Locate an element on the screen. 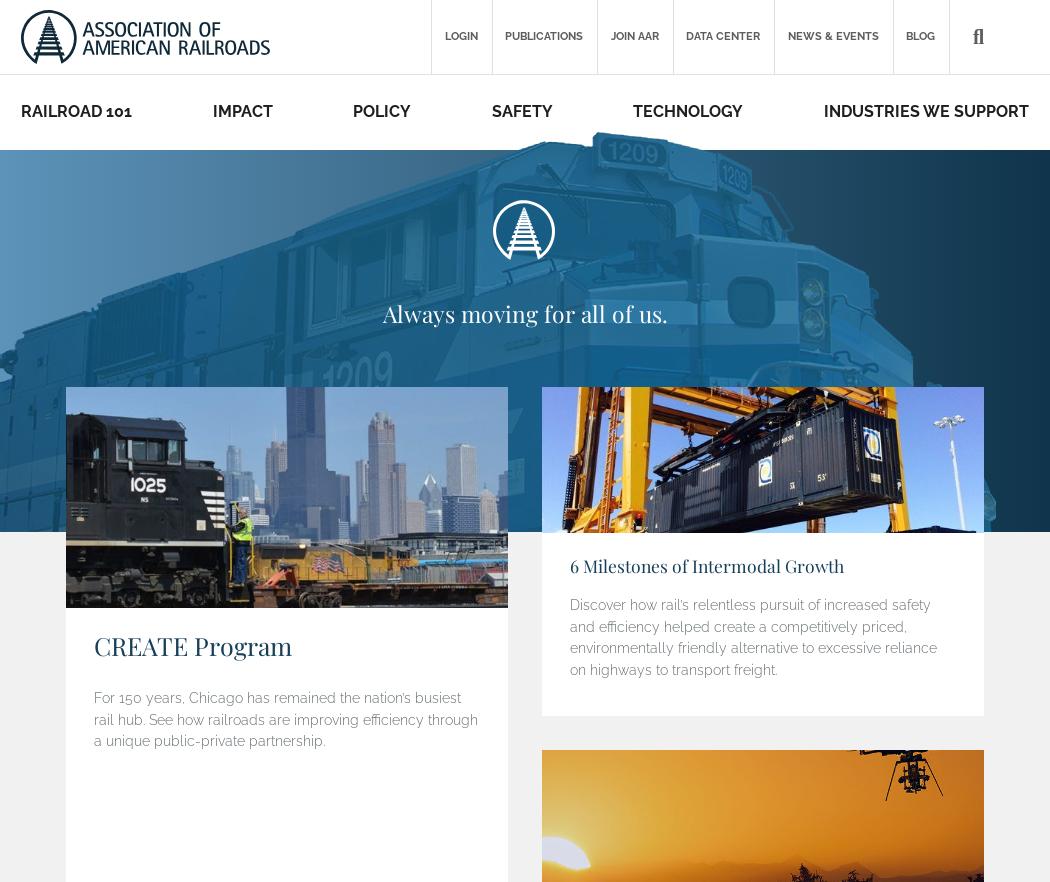 The width and height of the screenshot is (1050, 882). 'Industries We Support' is located at coordinates (925, 110).